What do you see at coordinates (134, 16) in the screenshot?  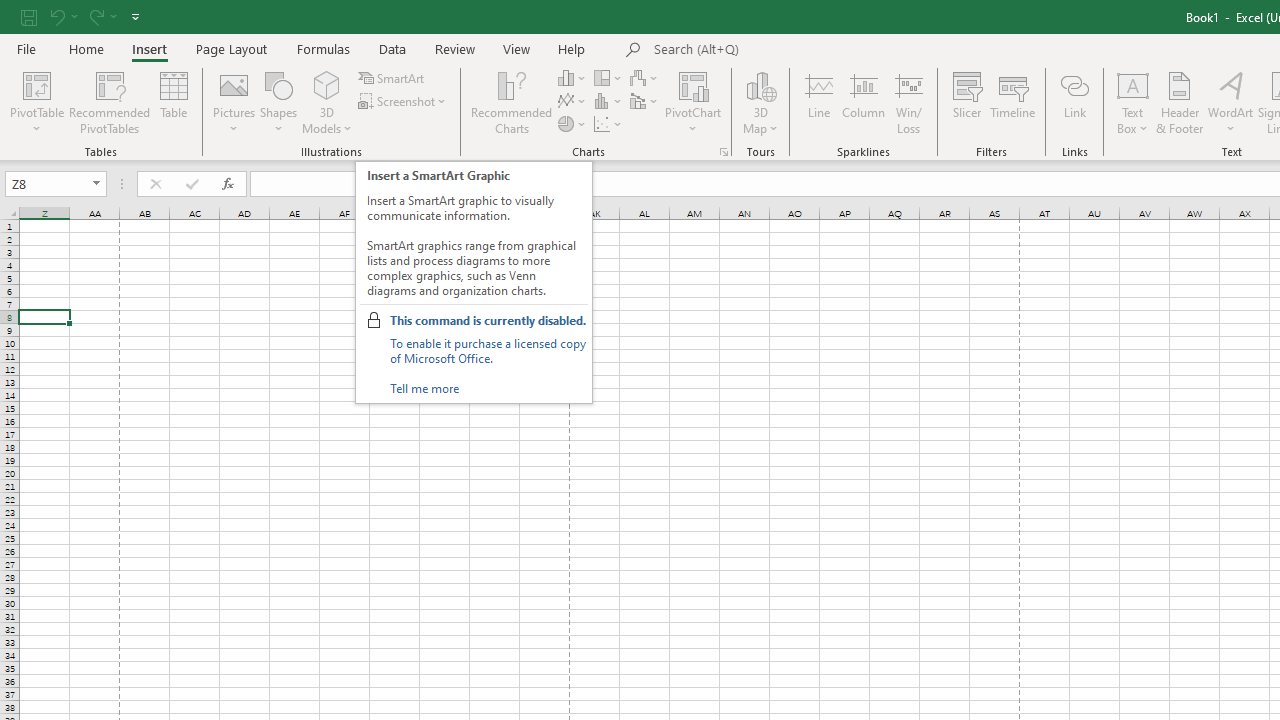 I see `'Customize Quick Access Toolbar'` at bounding box center [134, 16].